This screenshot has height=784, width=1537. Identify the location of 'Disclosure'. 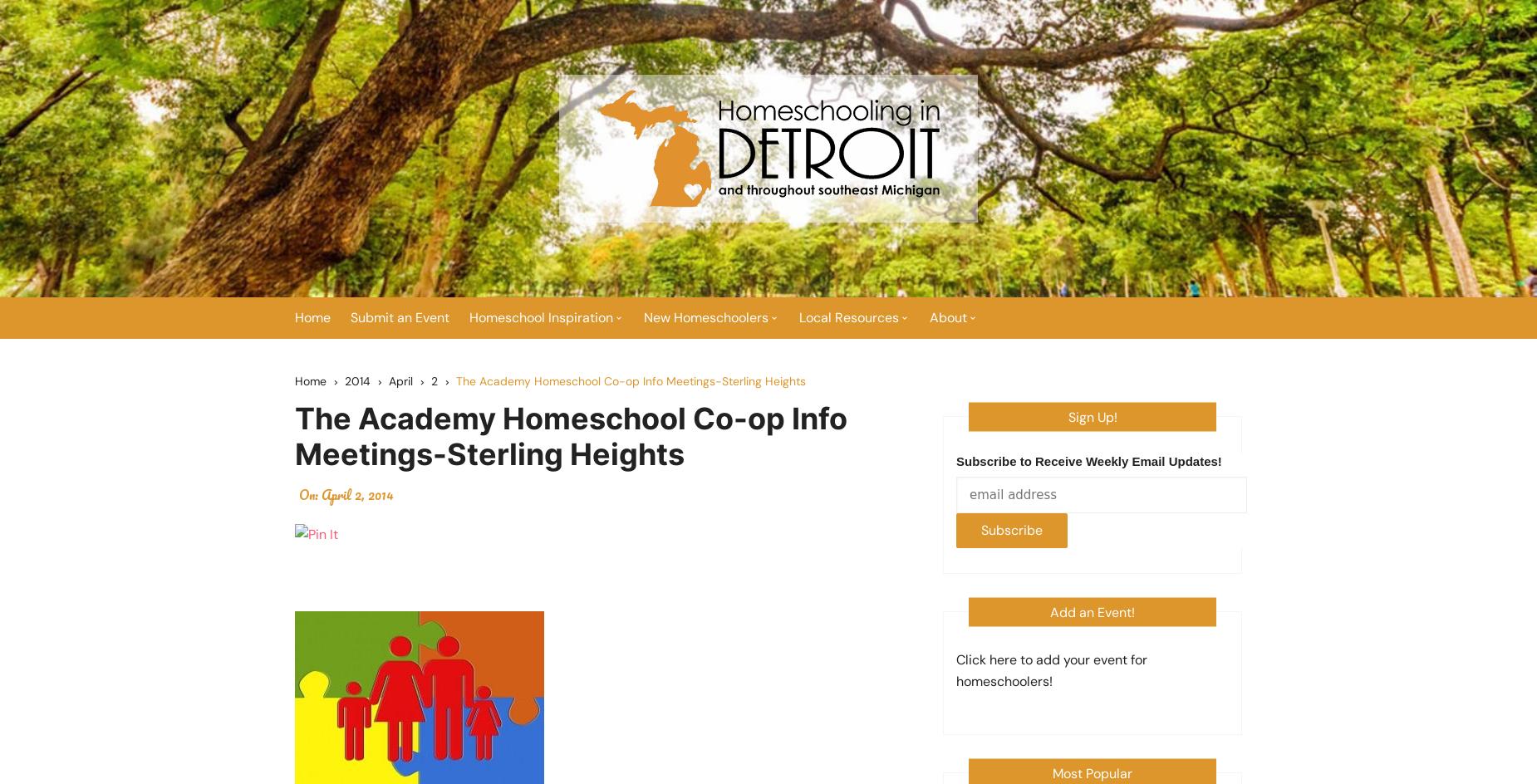
(972, 509).